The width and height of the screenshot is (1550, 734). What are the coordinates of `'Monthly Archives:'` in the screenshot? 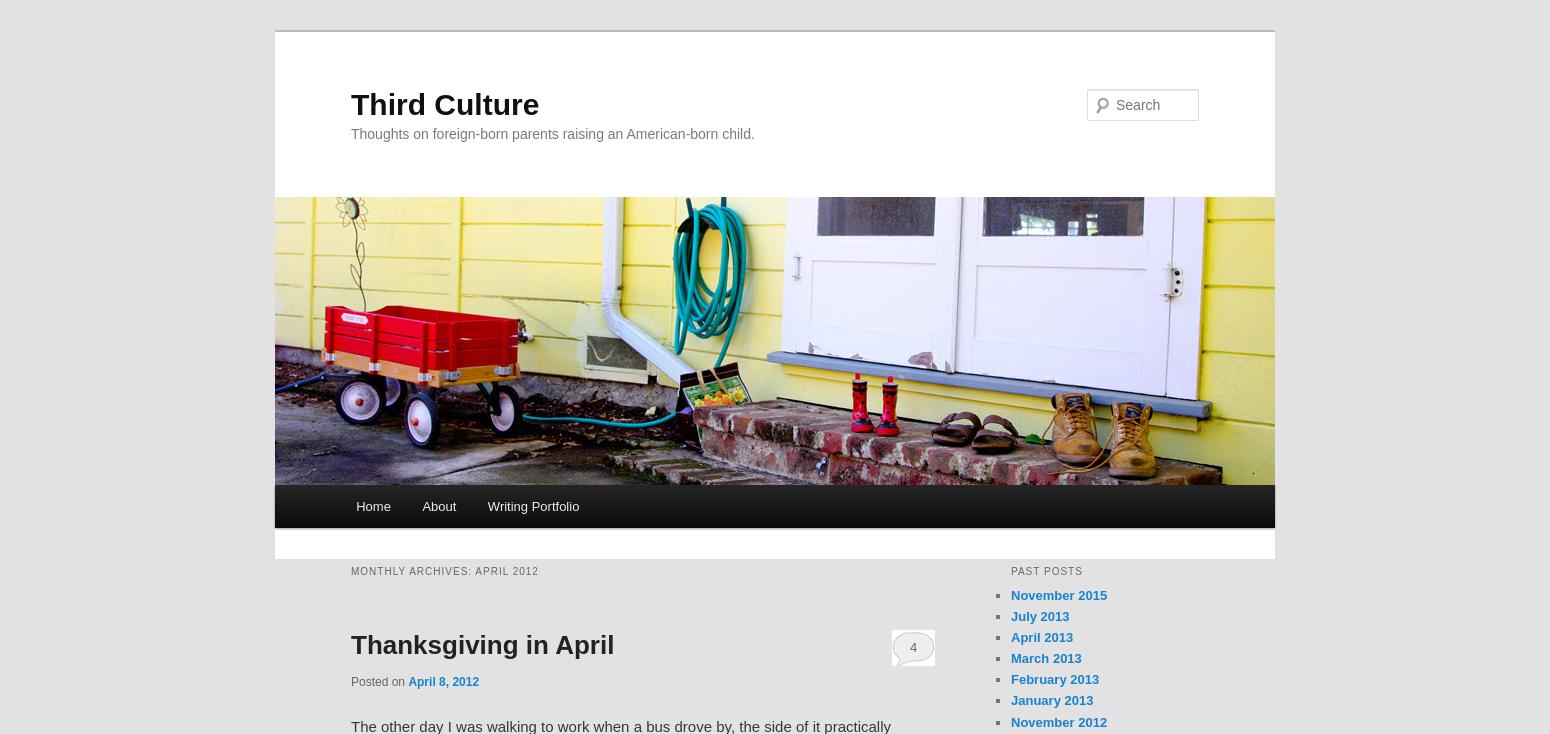 It's located at (413, 570).